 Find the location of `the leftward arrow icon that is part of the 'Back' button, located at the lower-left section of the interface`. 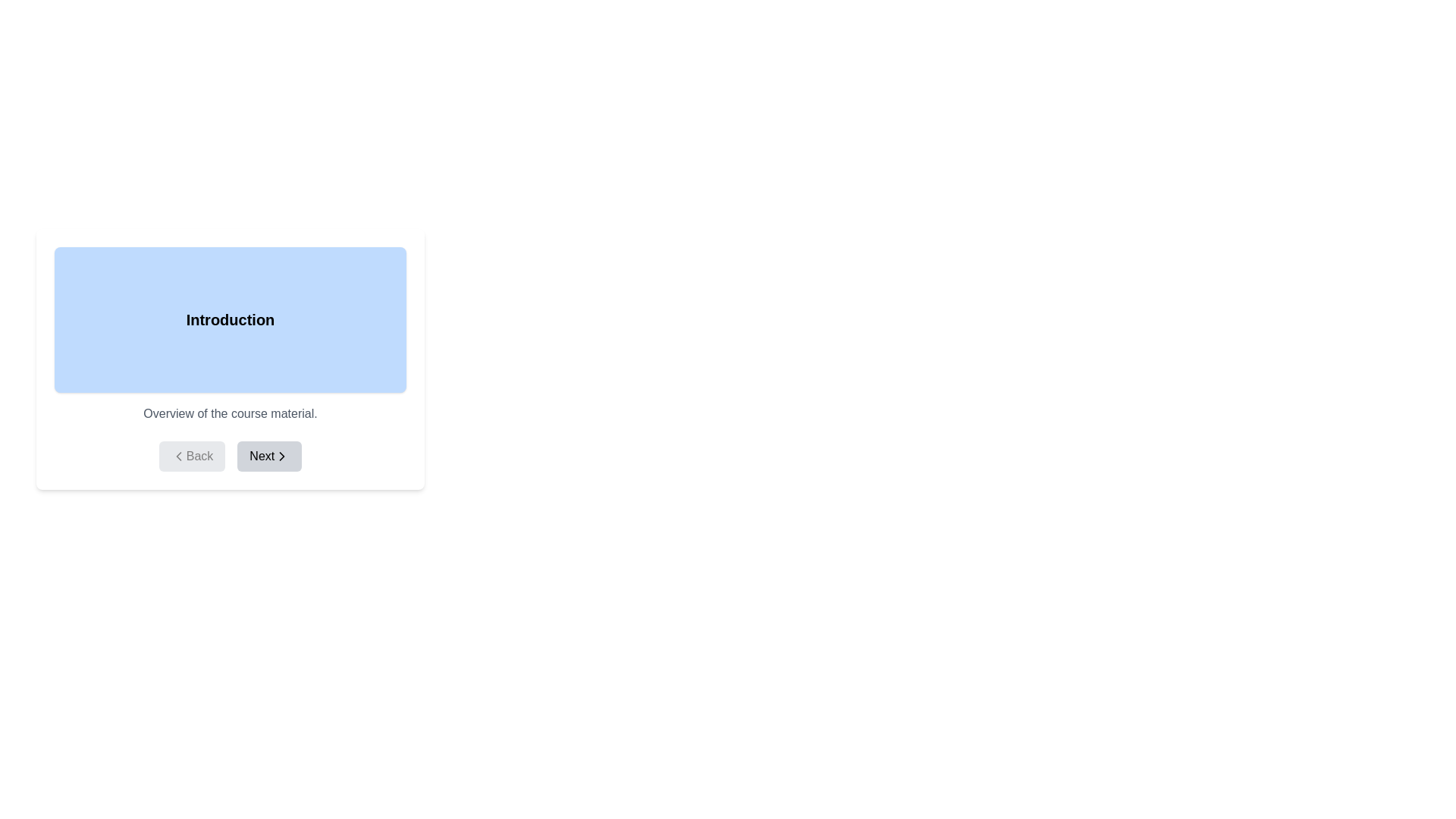

the leftward arrow icon that is part of the 'Back' button, located at the lower-left section of the interface is located at coordinates (178, 455).